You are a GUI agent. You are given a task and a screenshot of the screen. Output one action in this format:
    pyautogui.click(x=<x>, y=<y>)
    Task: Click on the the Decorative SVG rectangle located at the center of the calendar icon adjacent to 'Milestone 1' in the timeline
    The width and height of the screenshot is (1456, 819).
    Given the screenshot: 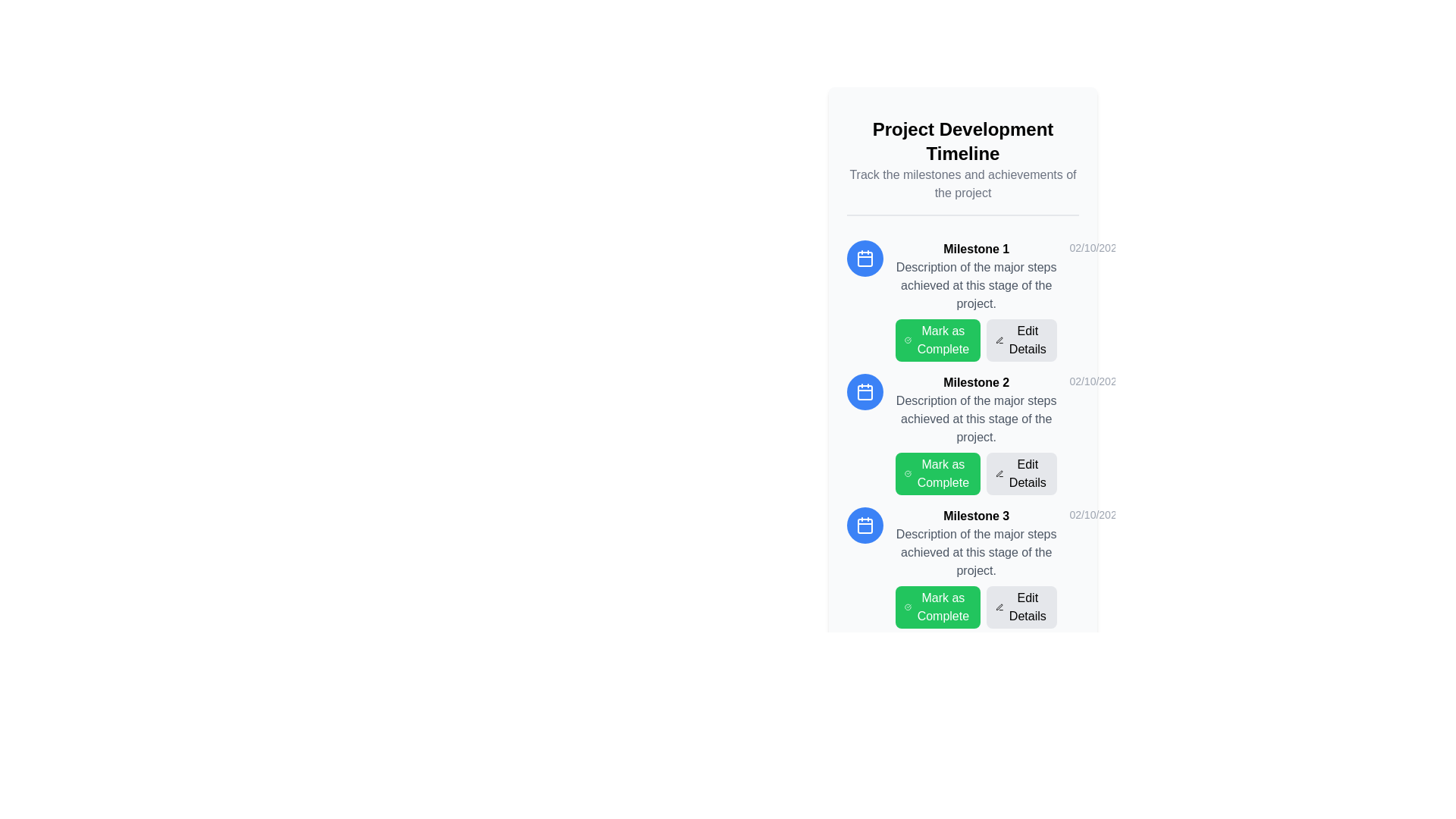 What is the action you would take?
    pyautogui.click(x=865, y=259)
    